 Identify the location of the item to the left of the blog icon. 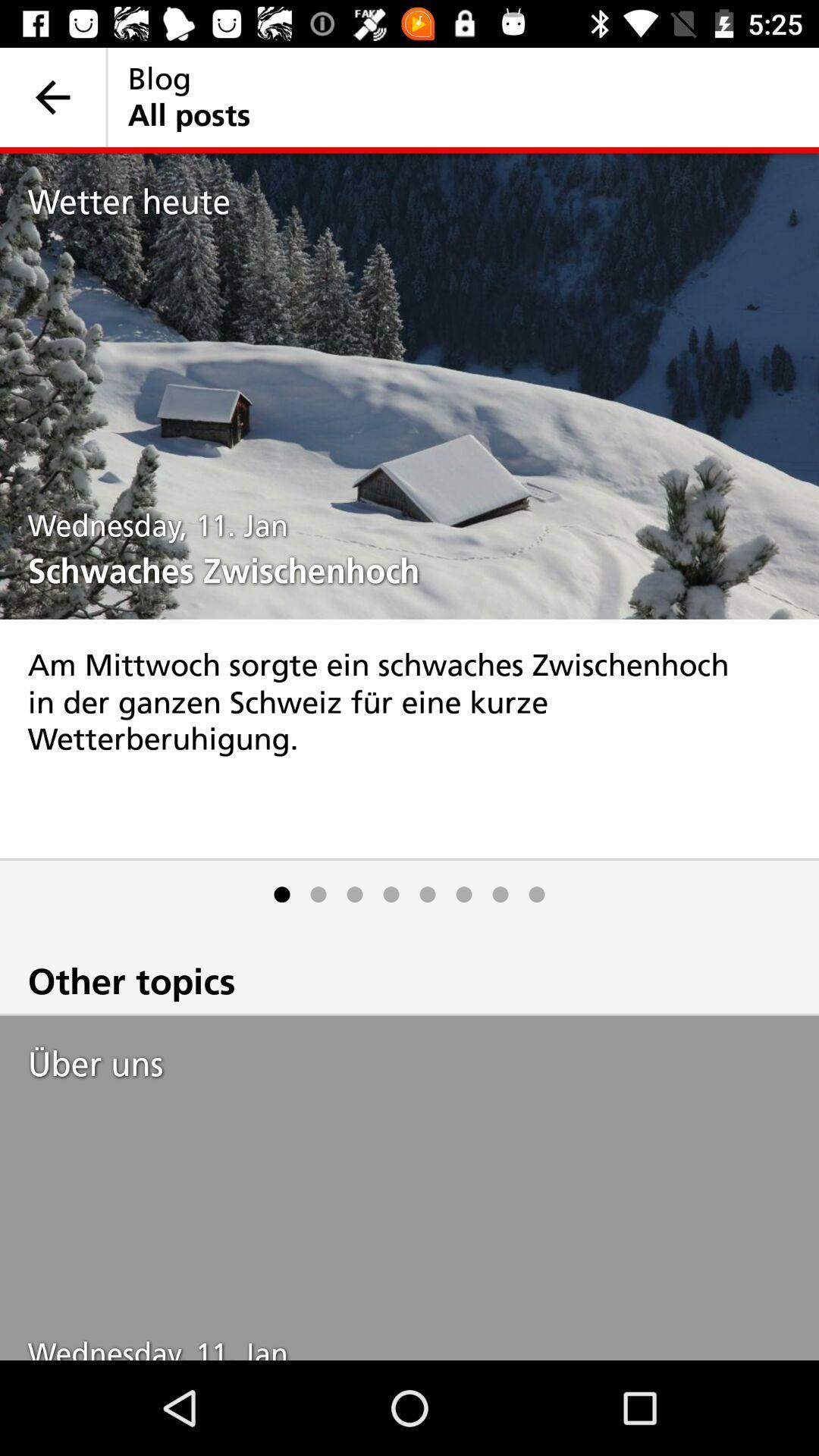
(52, 96).